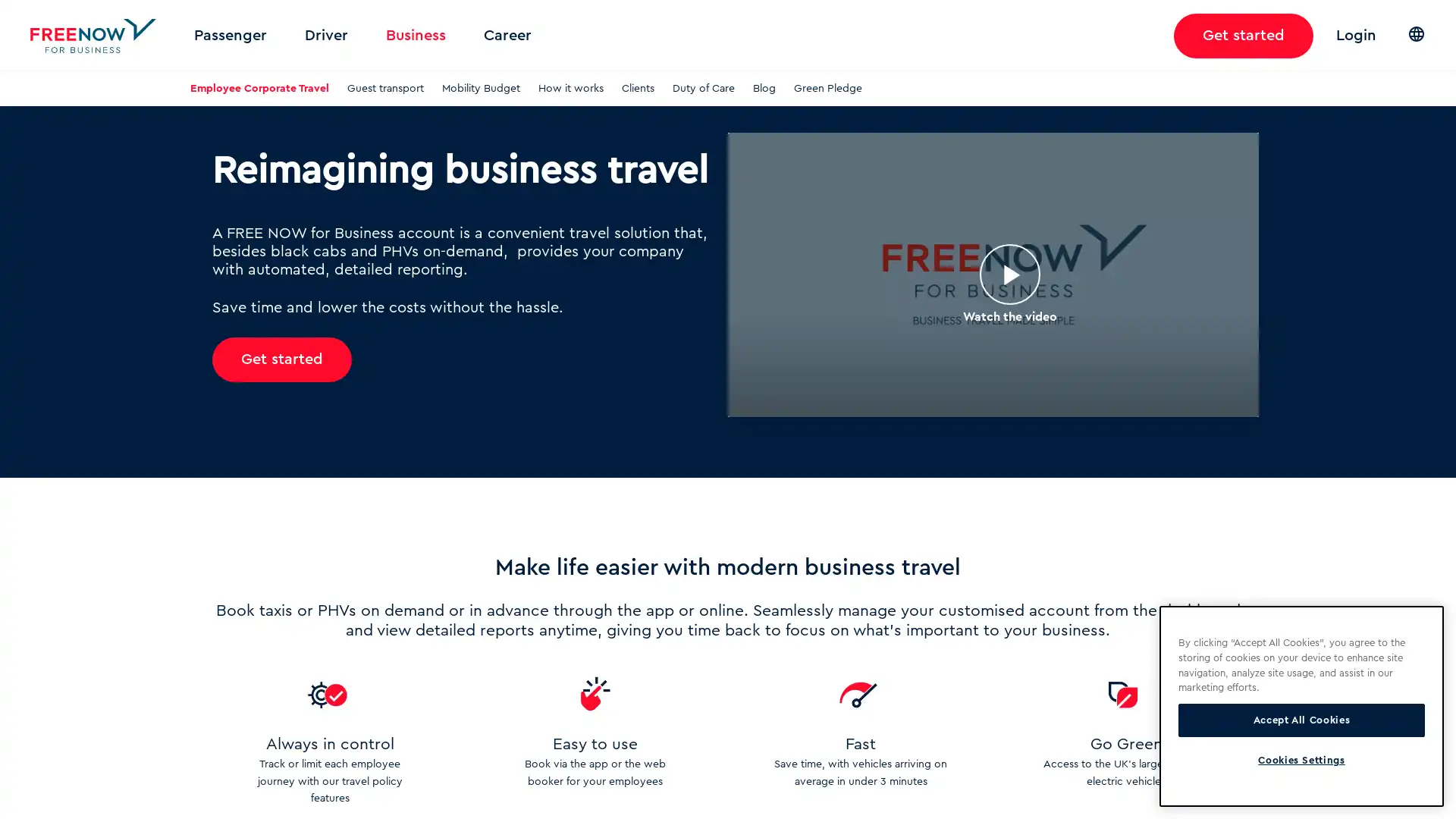 The height and width of the screenshot is (819, 1456). I want to click on Accept All Cookies, so click(1301, 719).